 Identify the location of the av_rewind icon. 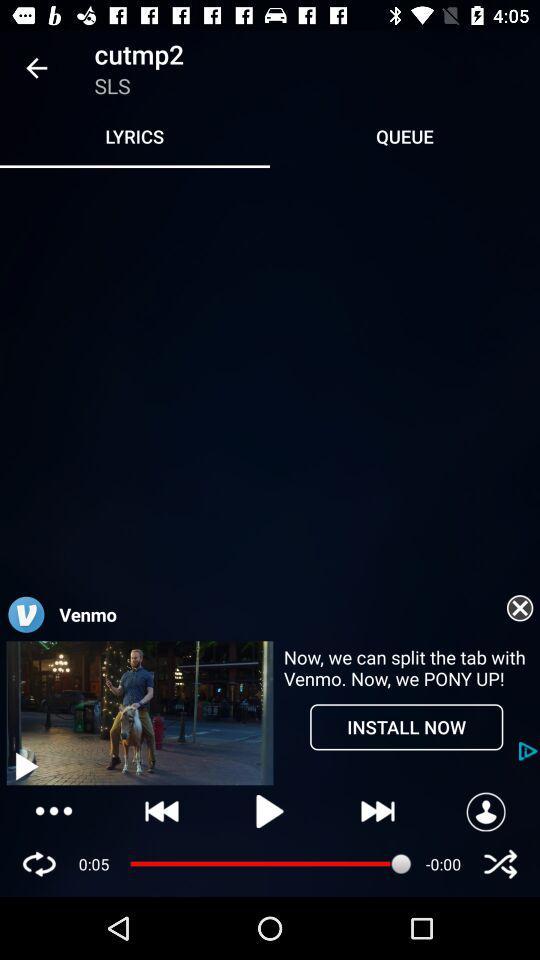
(161, 811).